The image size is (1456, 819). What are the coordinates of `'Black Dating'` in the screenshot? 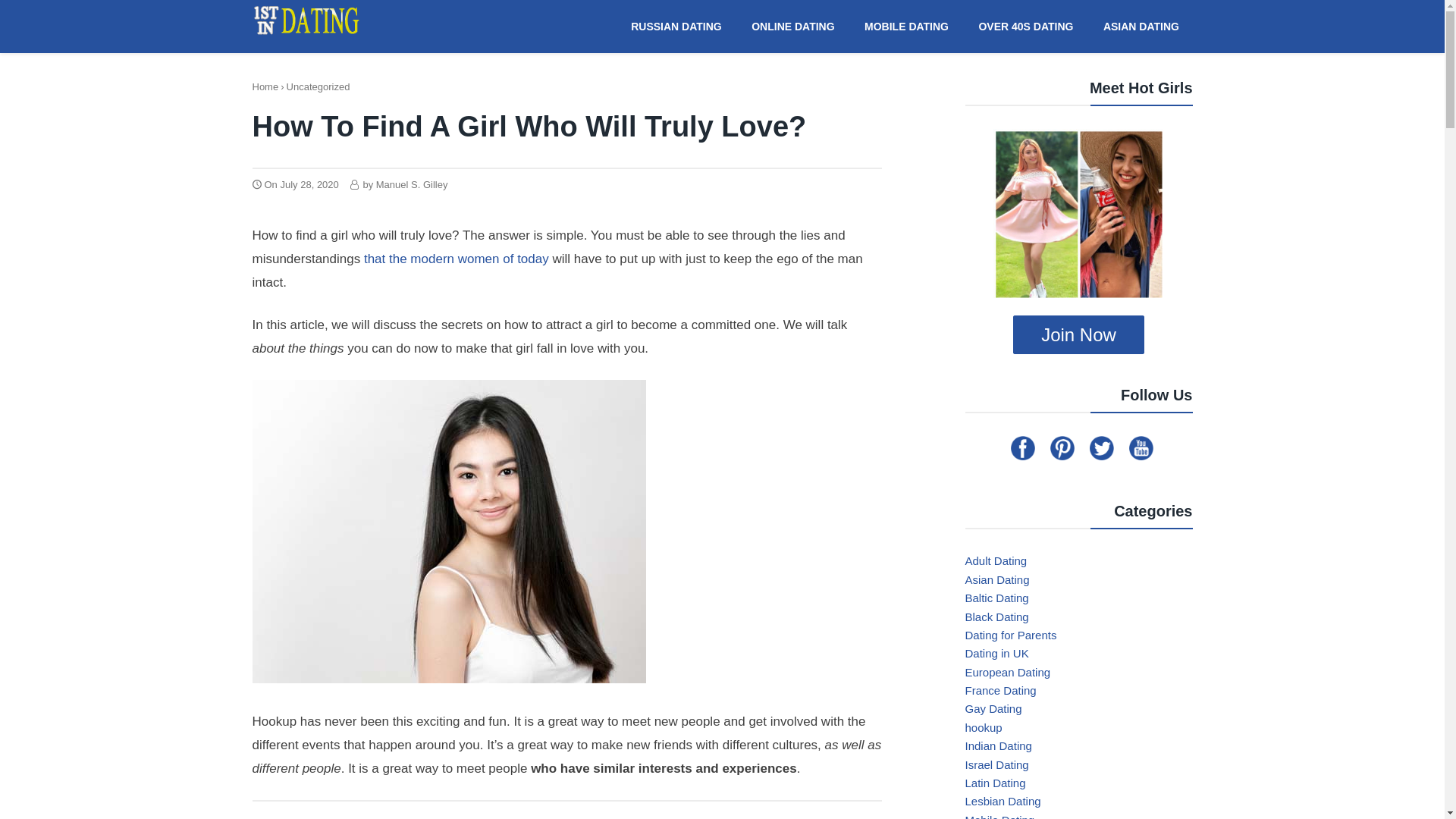 It's located at (996, 616).